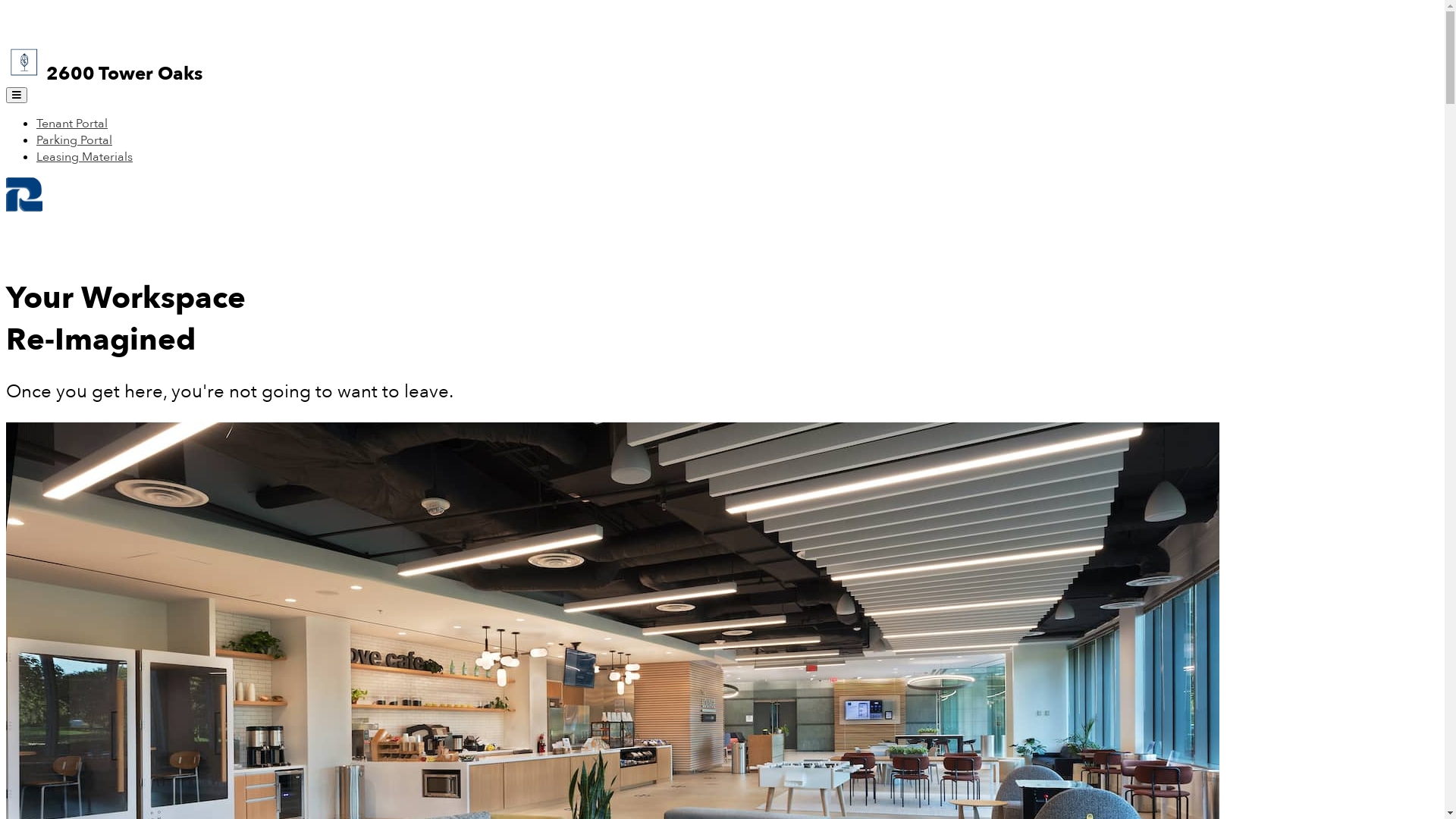 The image size is (1456, 819). Describe the element at coordinates (36, 157) in the screenshot. I see `'Leasing Materials'` at that location.